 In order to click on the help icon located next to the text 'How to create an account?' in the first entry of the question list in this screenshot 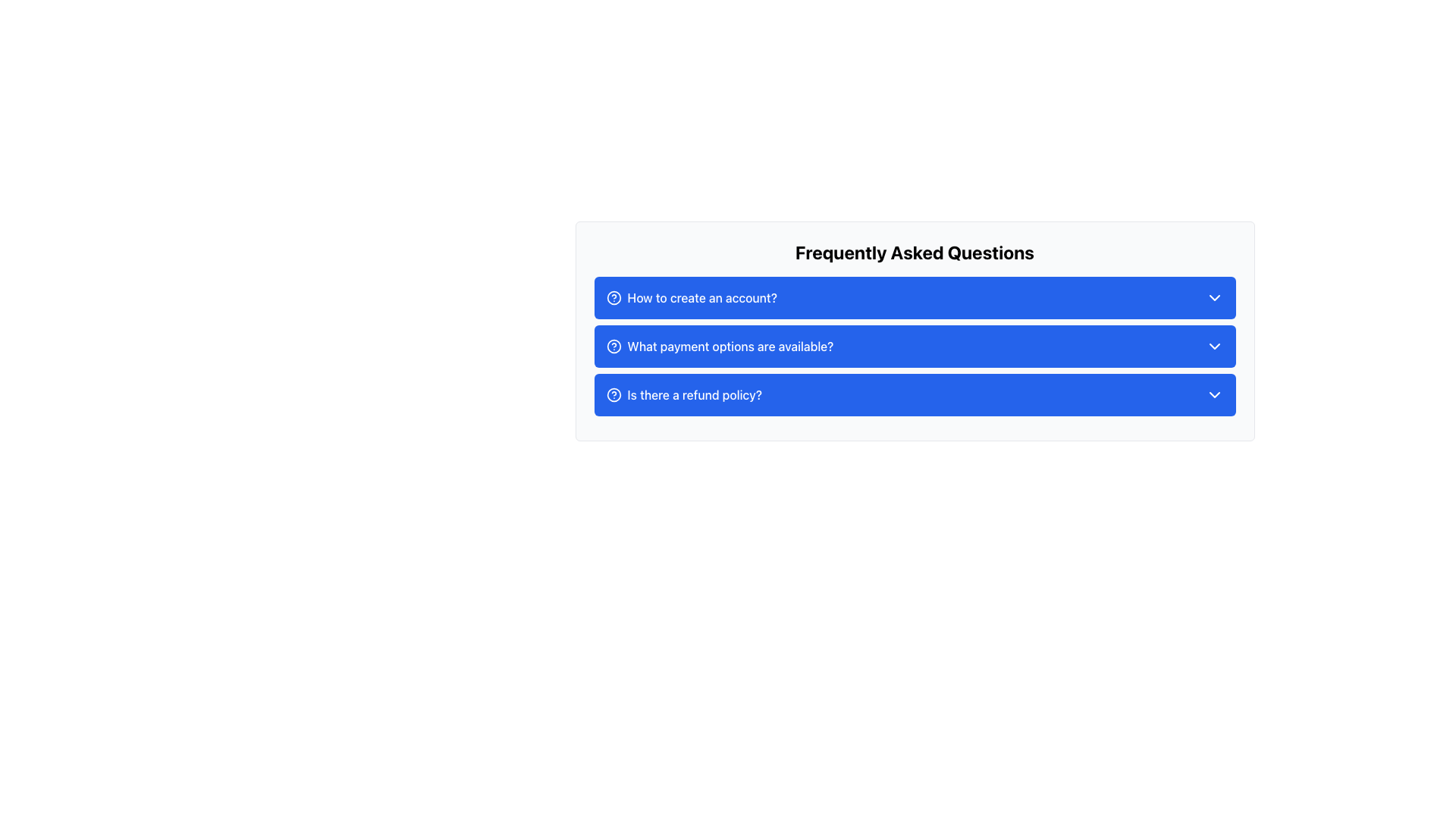, I will do `click(613, 298)`.